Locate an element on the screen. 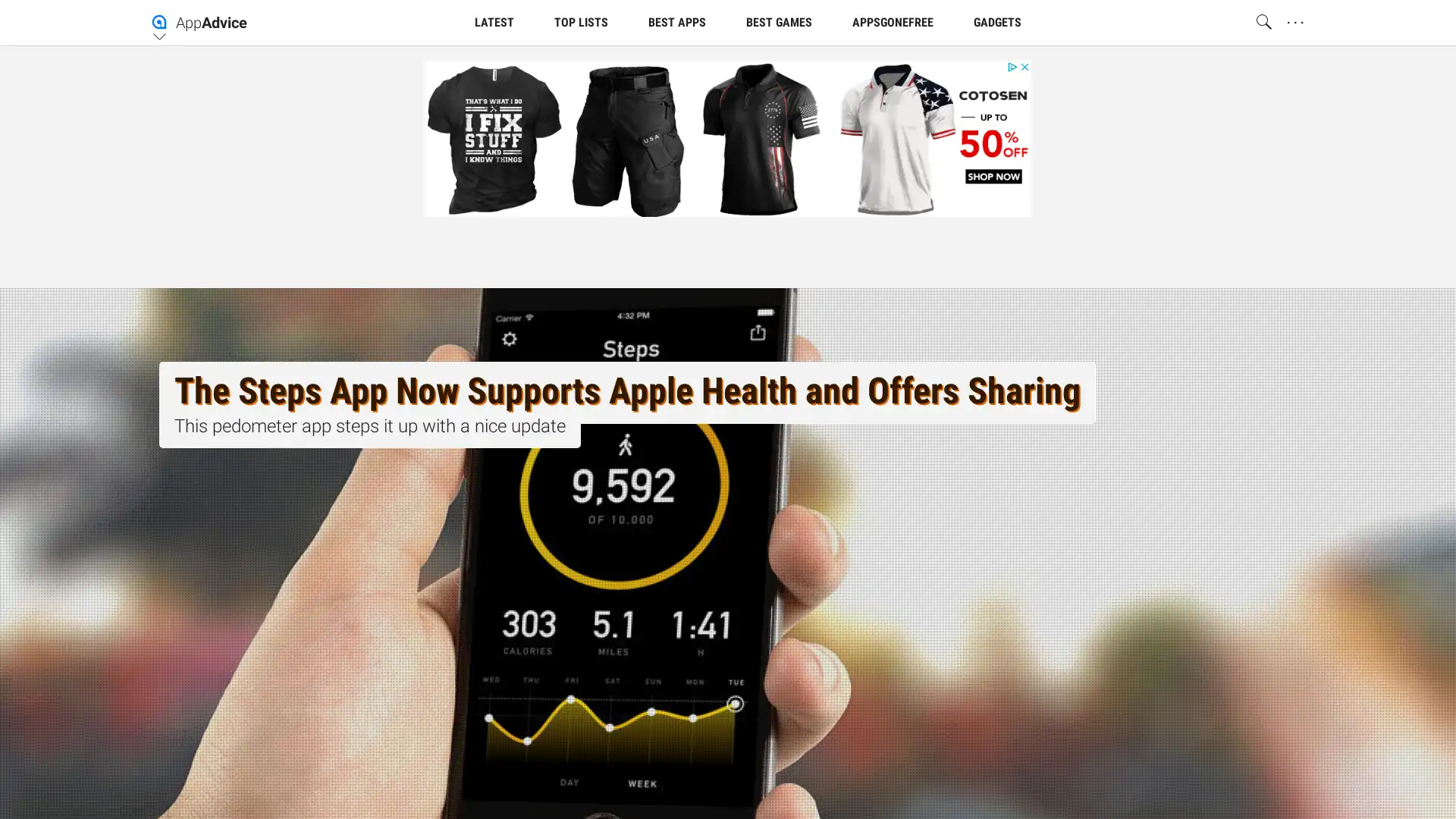  TV Collections is located at coordinates (742, 143).